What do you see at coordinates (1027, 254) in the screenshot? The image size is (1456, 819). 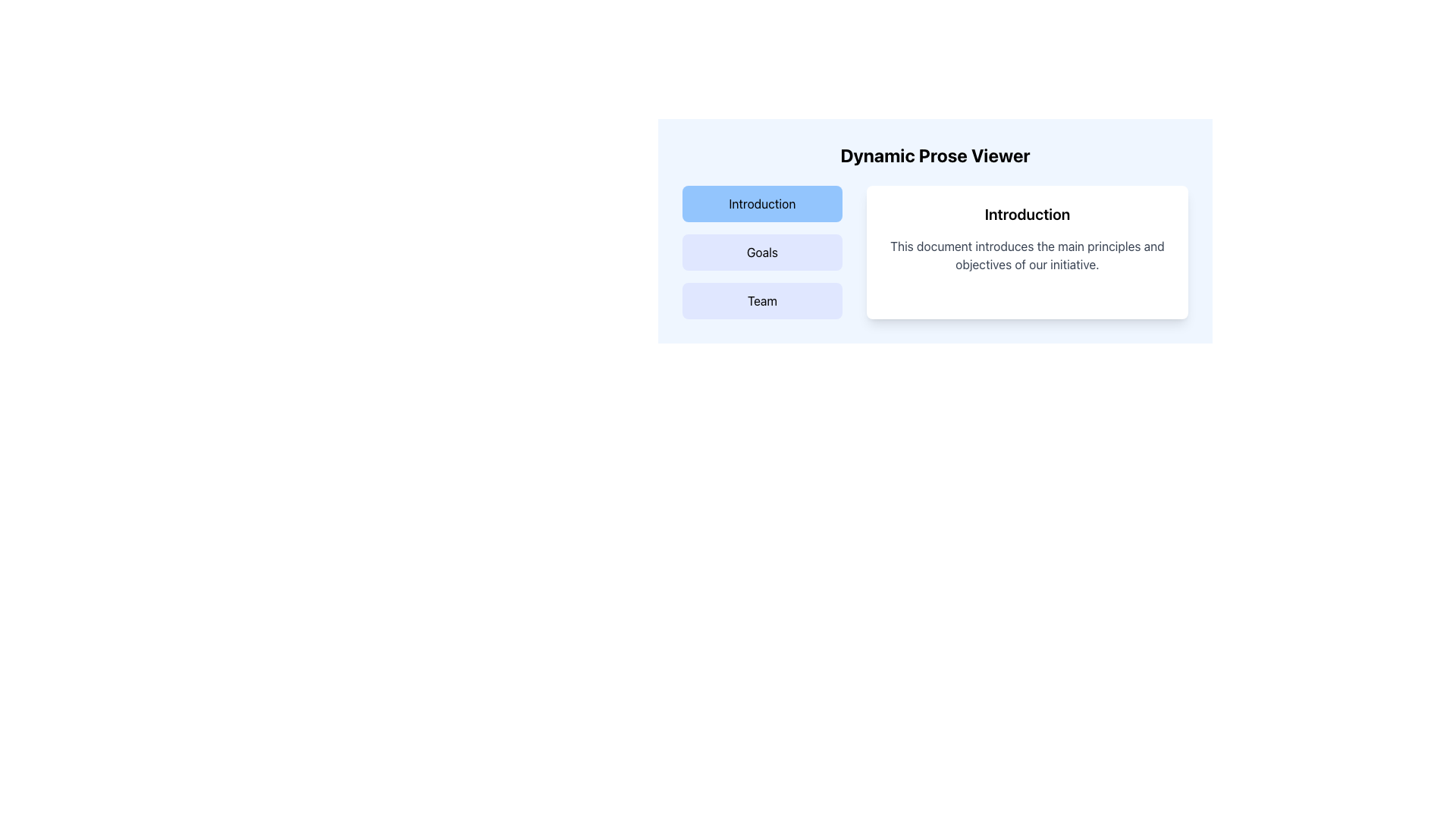 I see `paragraph of gray text located below the bold header 'Introduction' within the white rectangular card` at bounding box center [1027, 254].